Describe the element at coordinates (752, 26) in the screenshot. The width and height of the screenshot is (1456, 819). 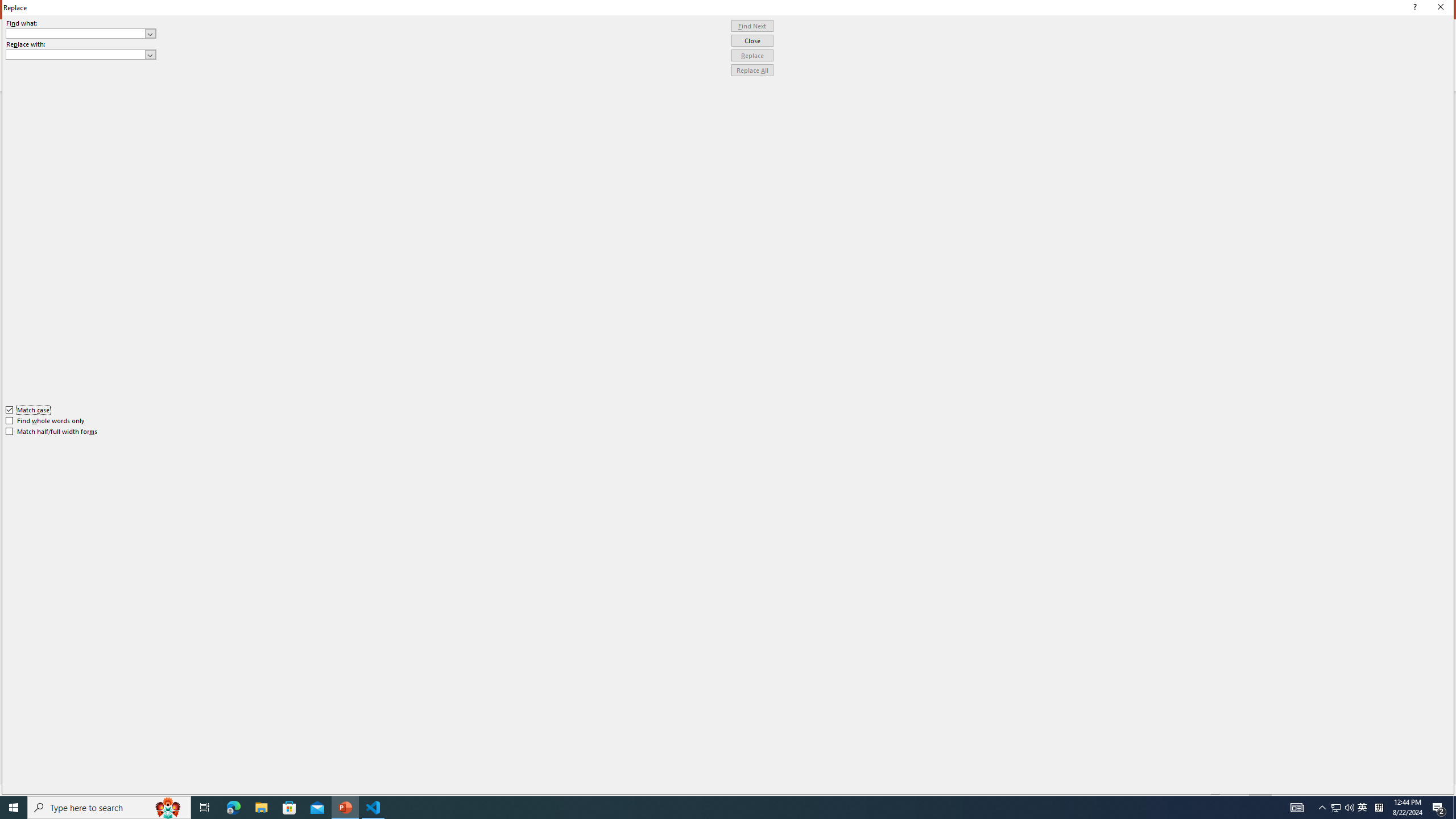
I see `'Find Next'` at that location.